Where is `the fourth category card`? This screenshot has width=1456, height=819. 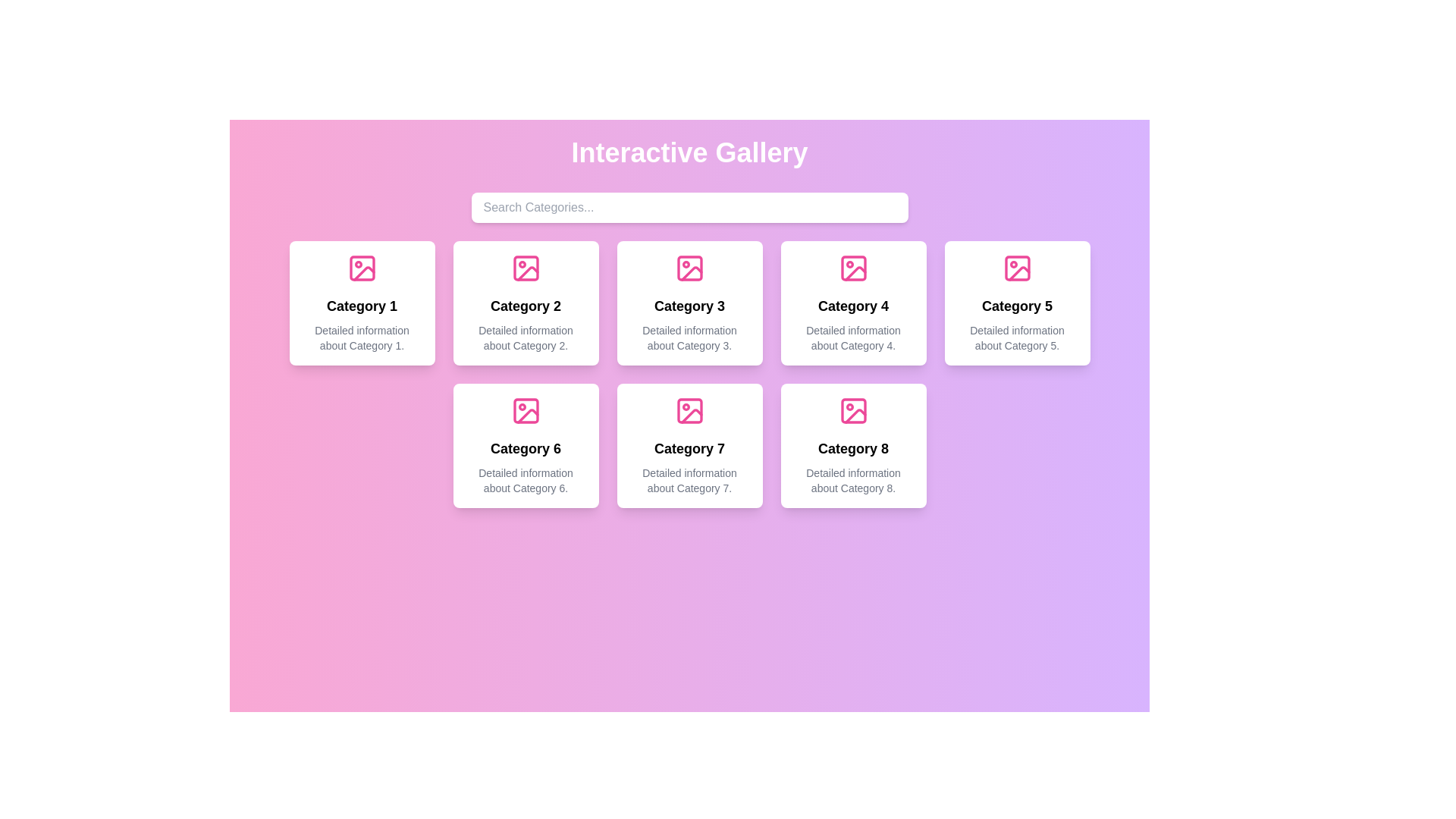
the fourth category card is located at coordinates (853, 303).